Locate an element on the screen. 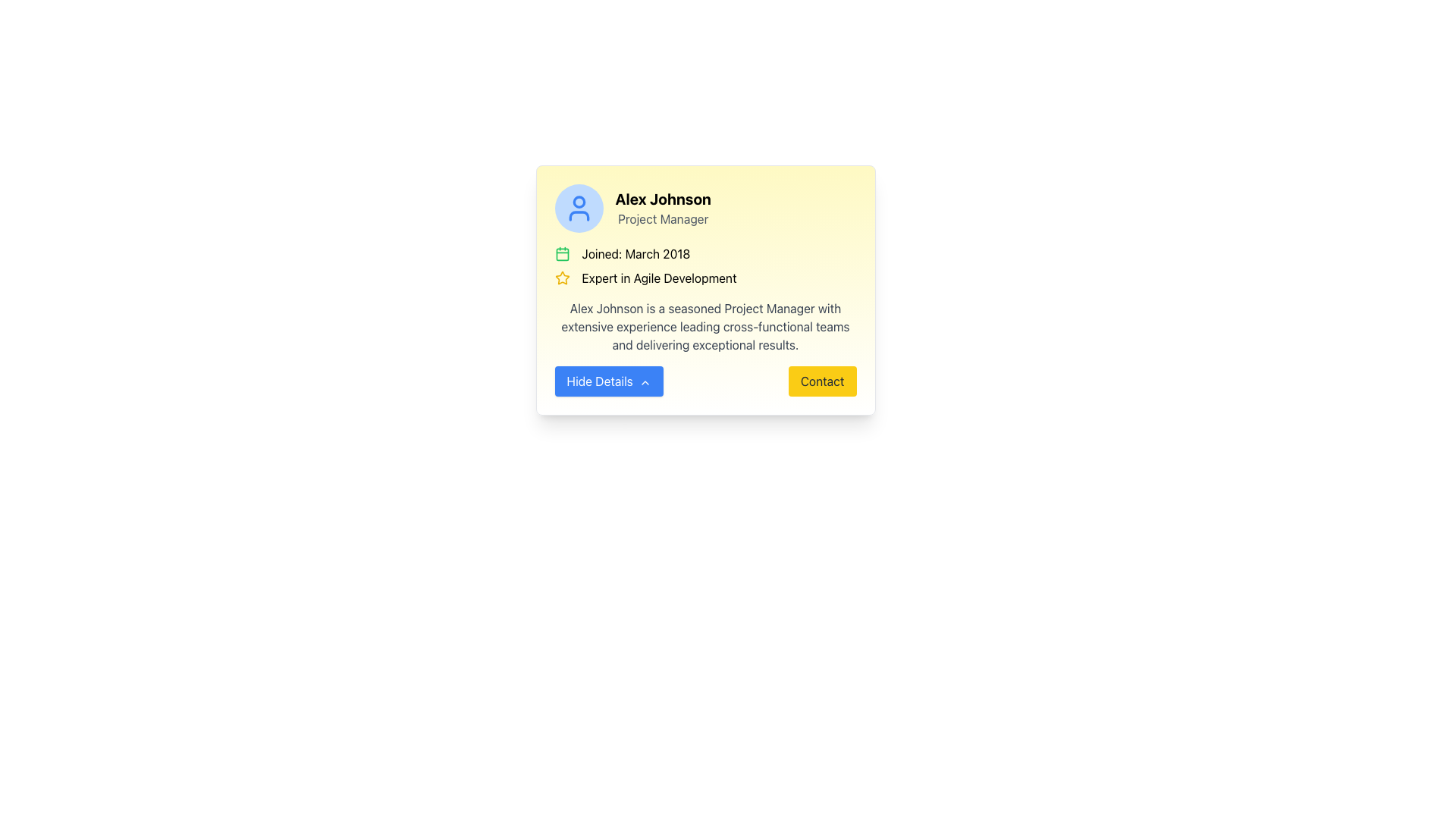 The width and height of the screenshot is (1456, 819). information displayed in the text label that reads 'Joined: March 2018', positioned to the right of a green calendar icon is located at coordinates (635, 253).